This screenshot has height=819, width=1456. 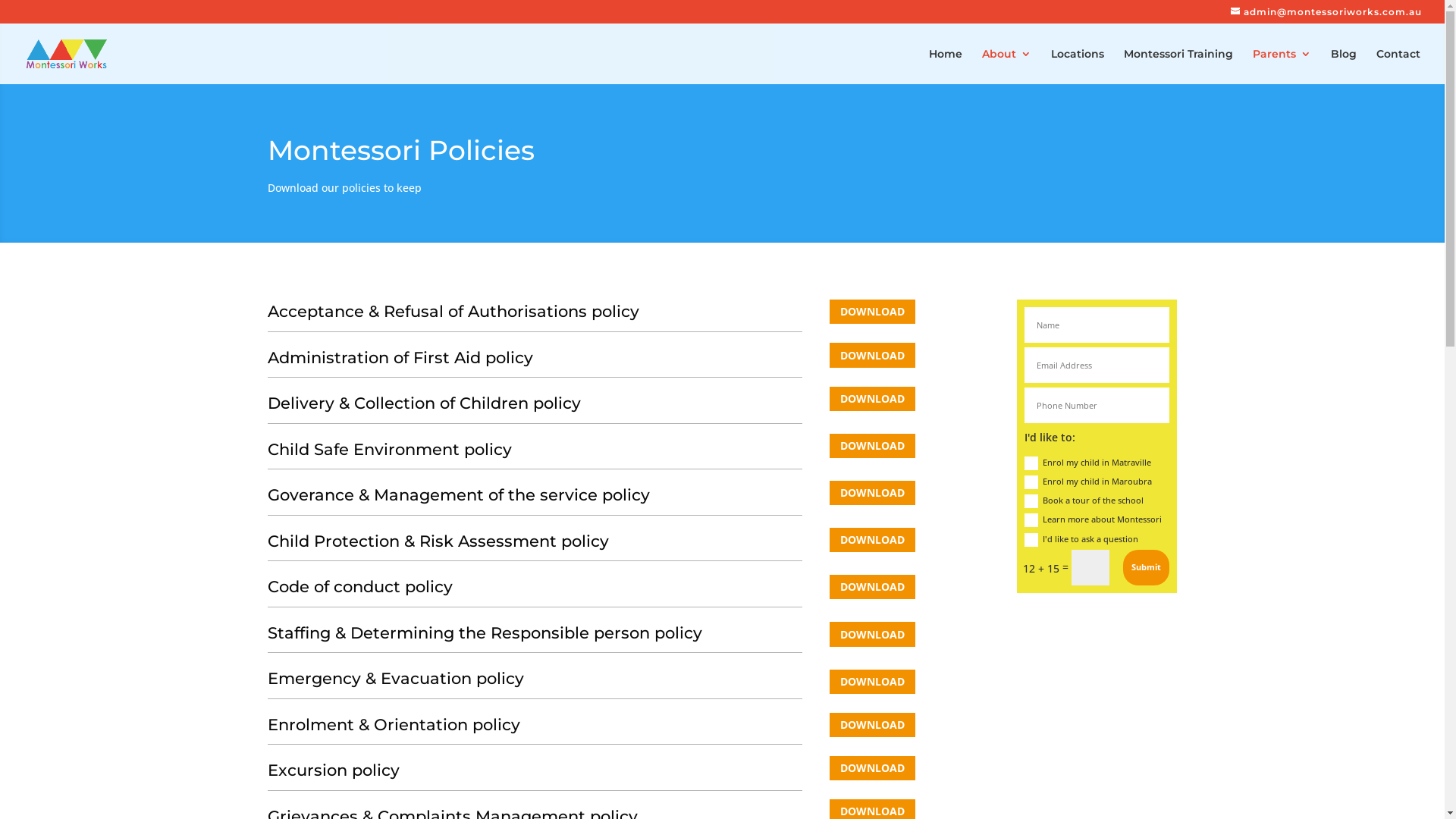 I want to click on 'admin@montessoriworks.com.au', so click(x=1325, y=11).